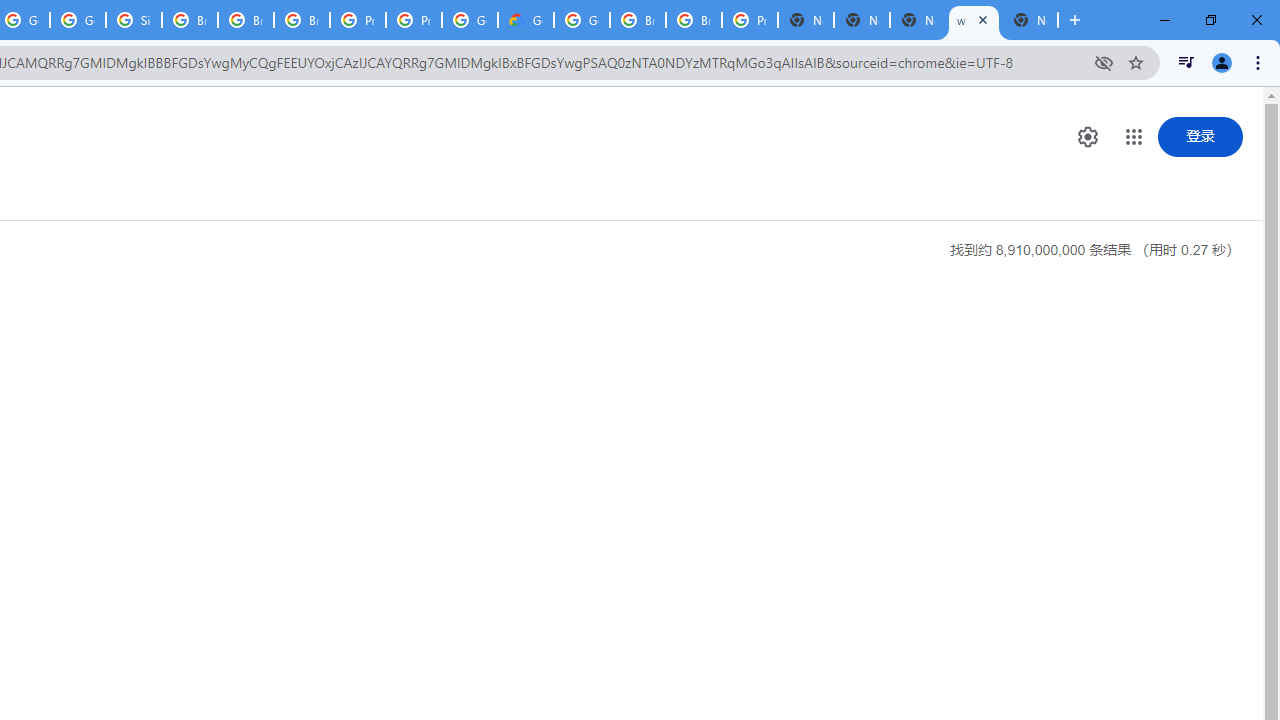  What do you see at coordinates (637, 20) in the screenshot?
I see `'Browse Chrome as a guest - Computer - Google Chrome Help'` at bounding box center [637, 20].